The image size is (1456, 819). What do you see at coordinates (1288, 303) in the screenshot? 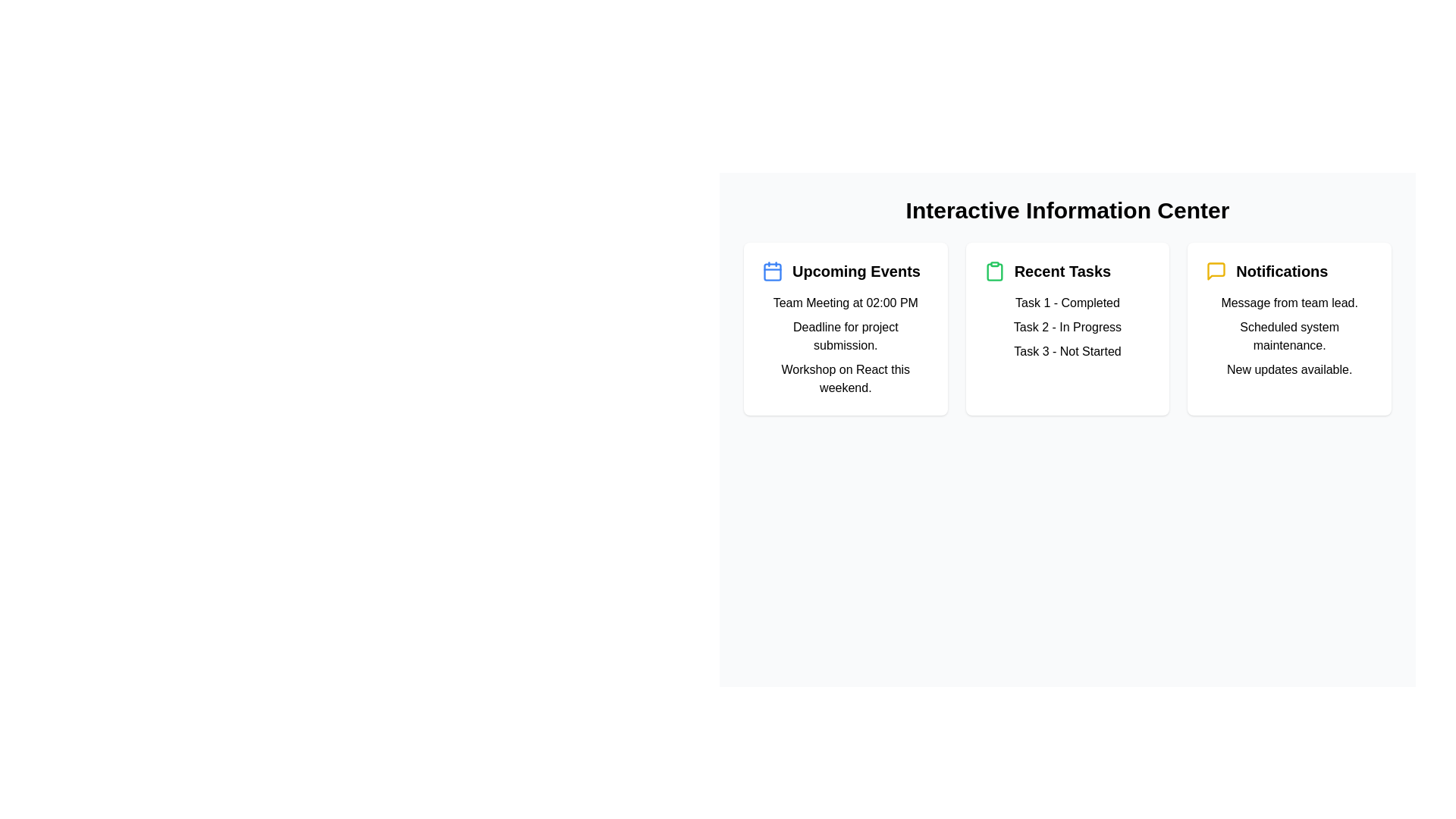
I see `text content 'Message from team lead.' displayed in the Notifications section of the structured list` at bounding box center [1288, 303].